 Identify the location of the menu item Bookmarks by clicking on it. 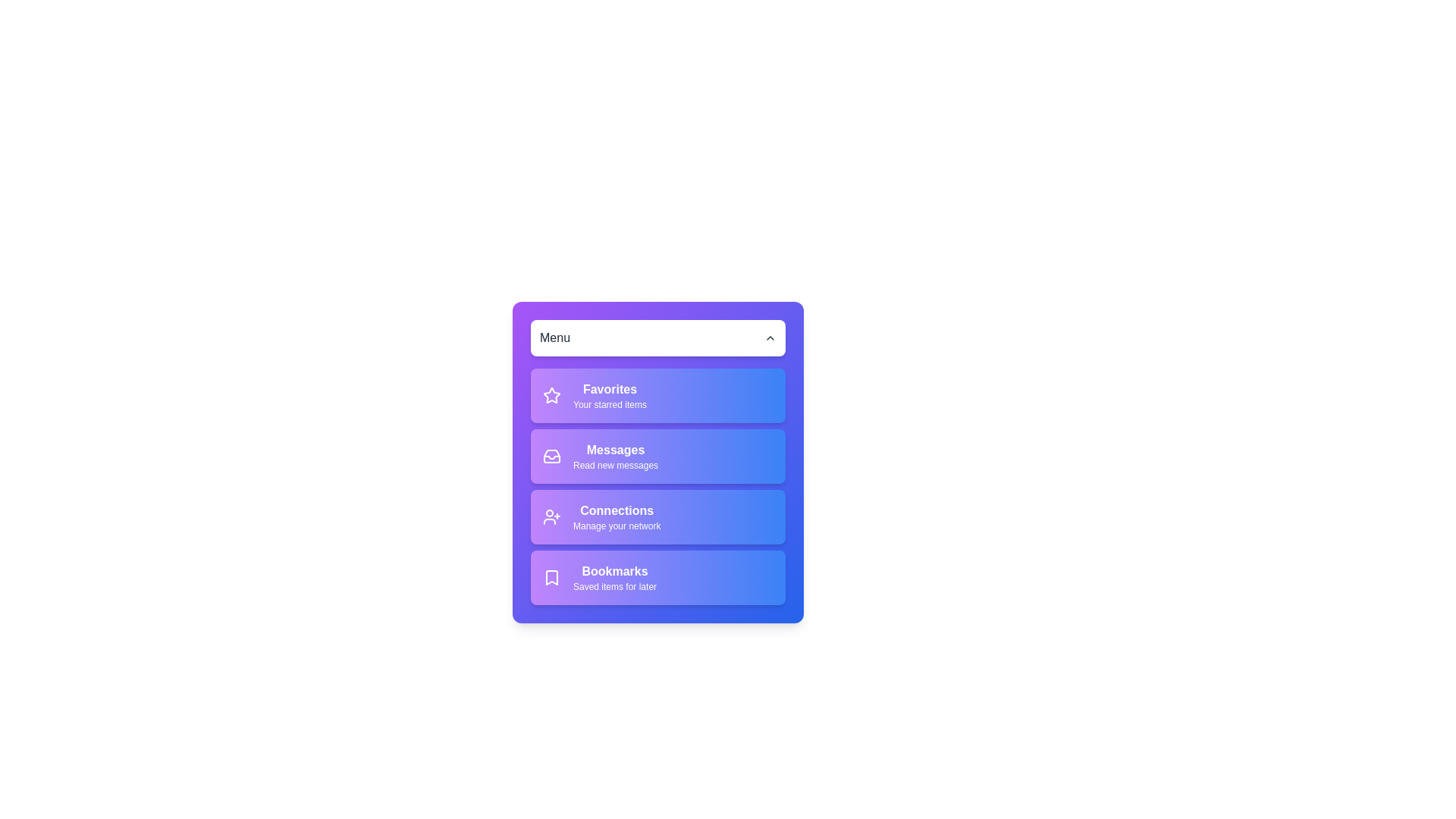
(658, 578).